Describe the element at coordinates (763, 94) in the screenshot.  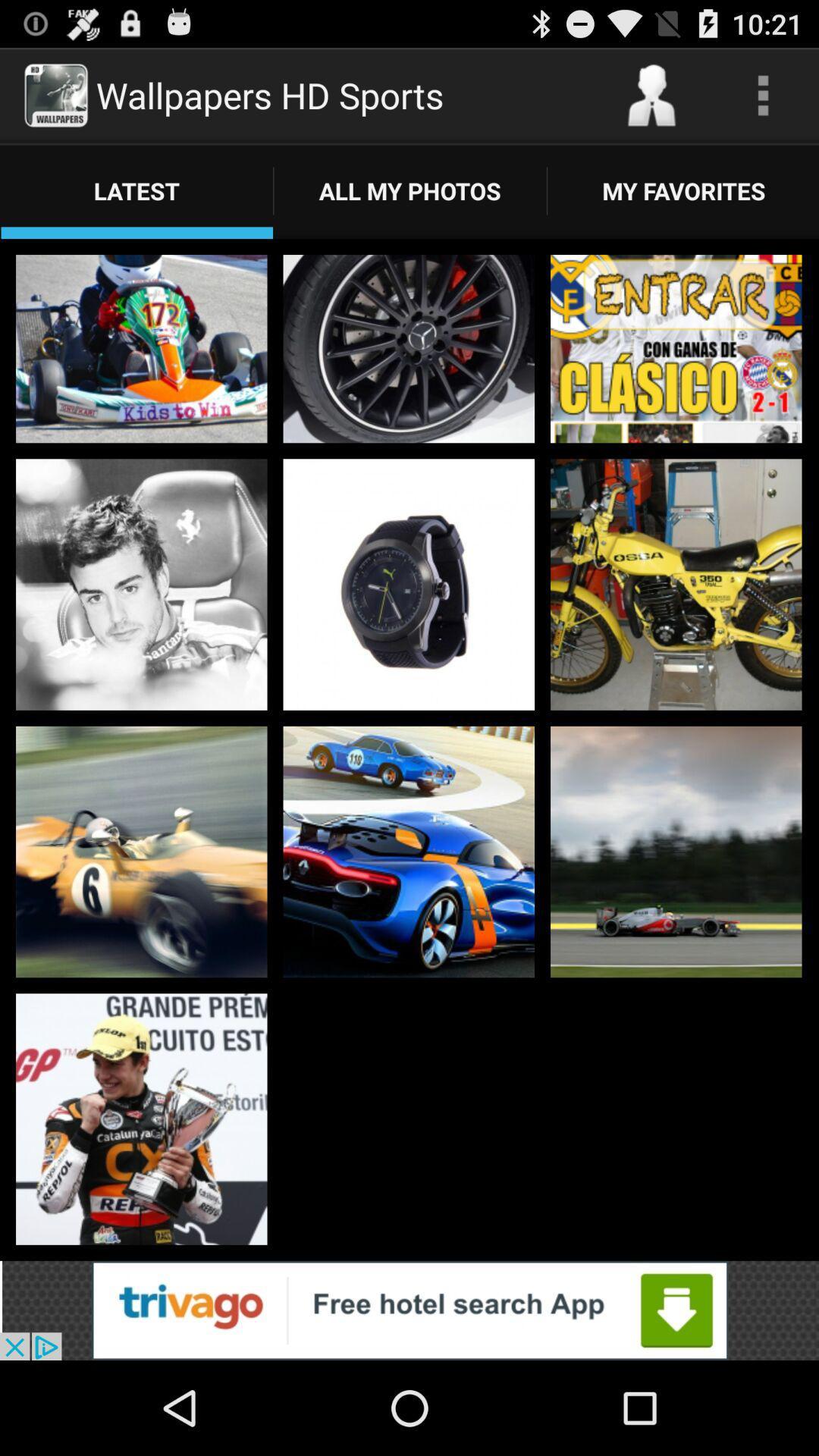
I see `options` at that location.